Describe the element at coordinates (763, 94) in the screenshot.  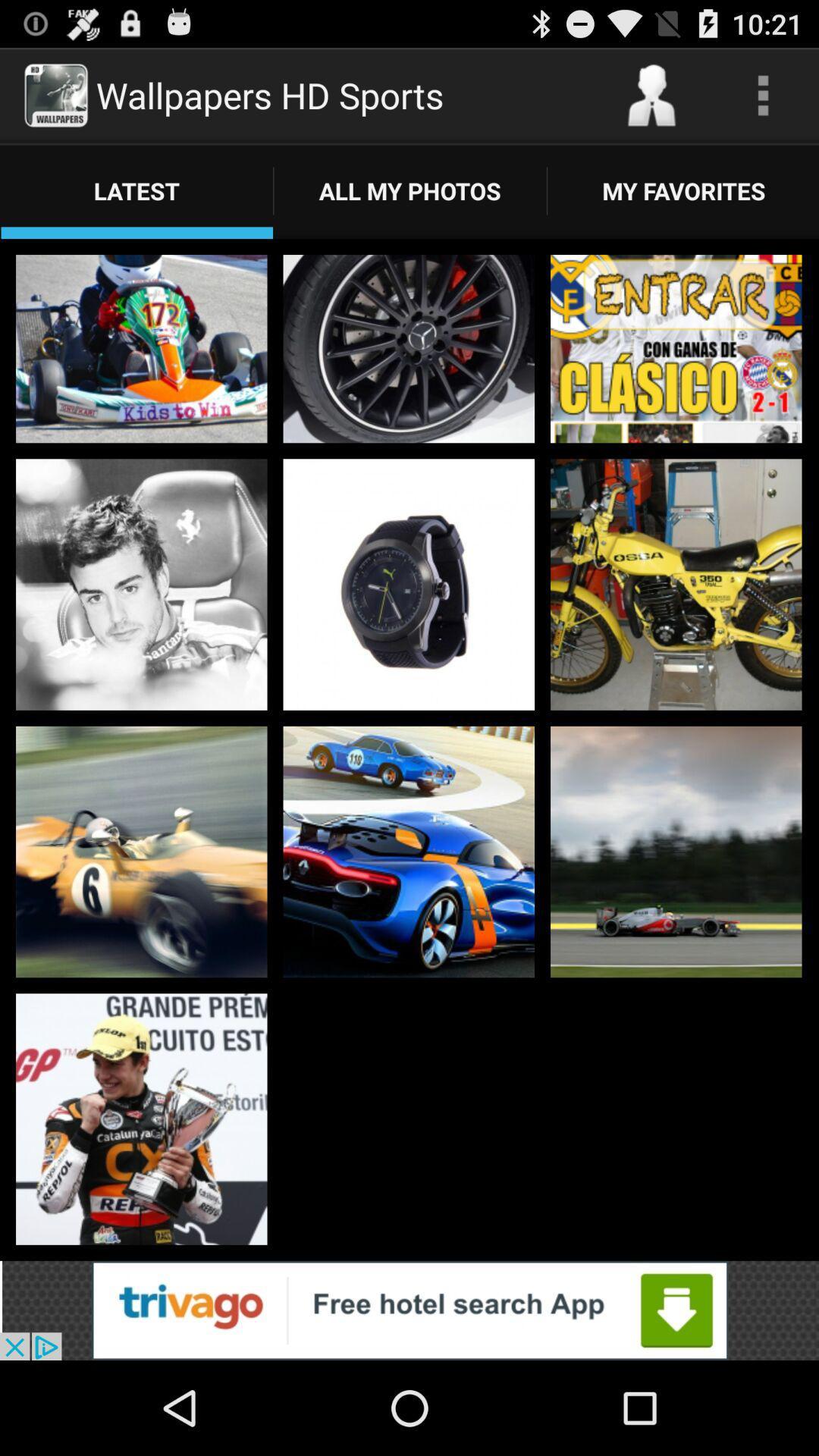
I see `options` at that location.